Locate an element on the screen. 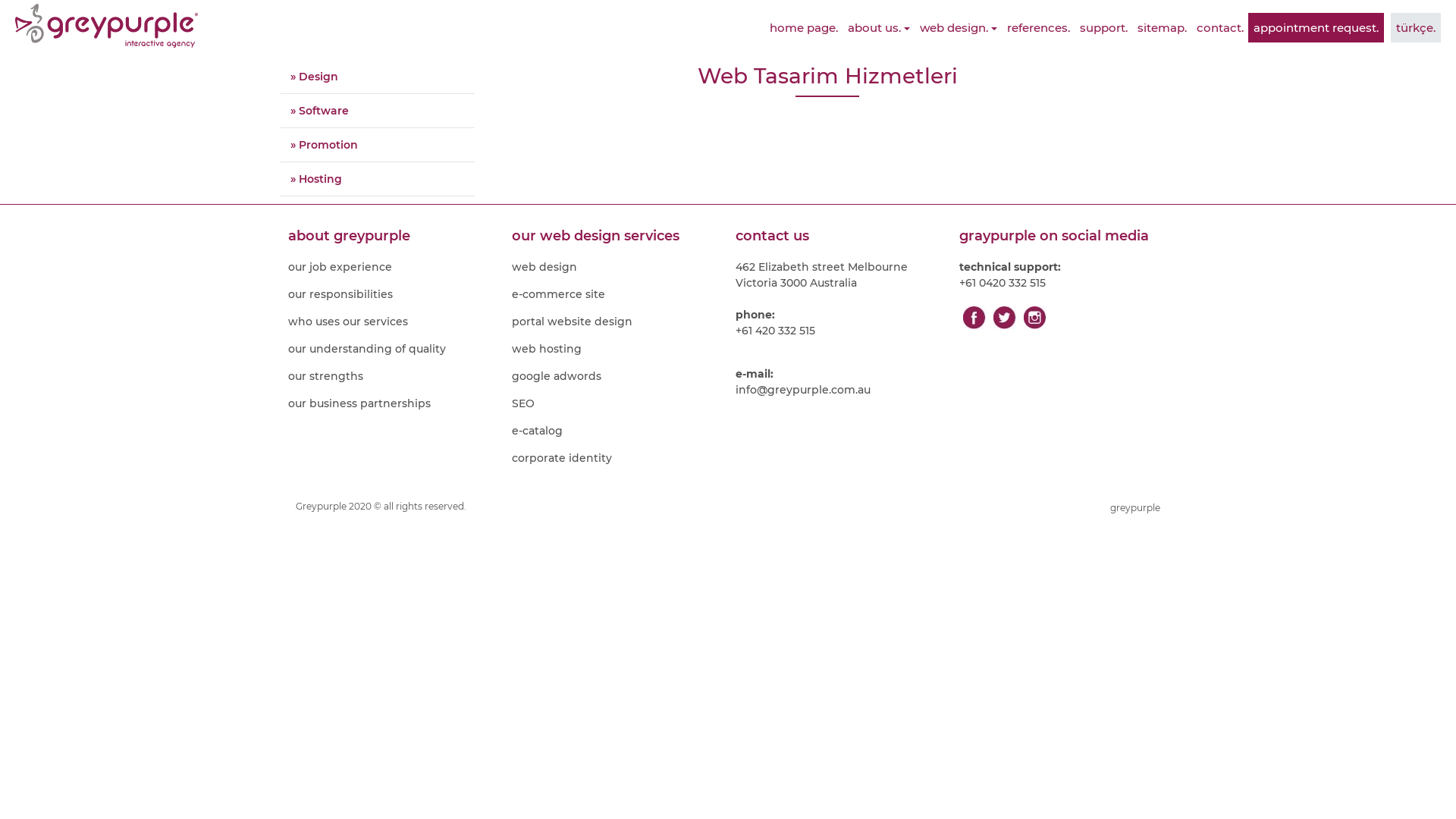 This screenshot has height=819, width=1456. 'contact.' is located at coordinates (1219, 27).